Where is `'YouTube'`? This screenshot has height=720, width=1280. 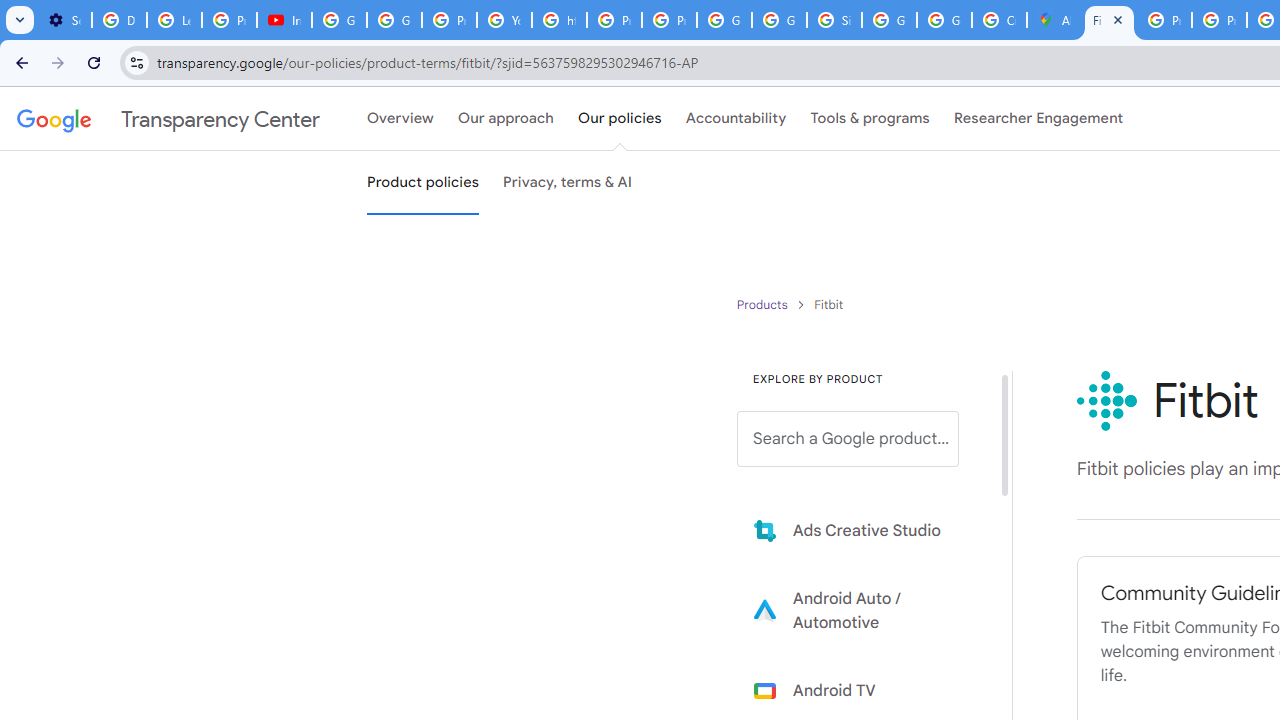 'YouTube' is located at coordinates (504, 20).